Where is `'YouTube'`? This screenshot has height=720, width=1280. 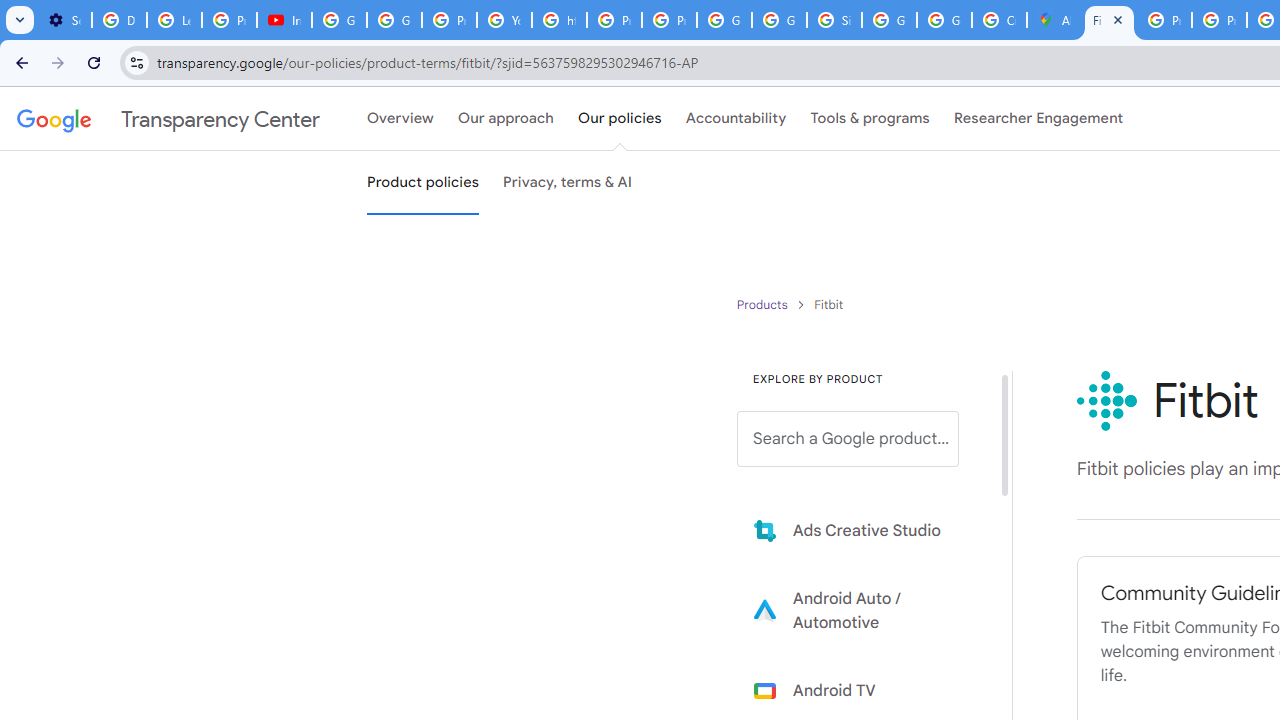 'YouTube' is located at coordinates (504, 20).